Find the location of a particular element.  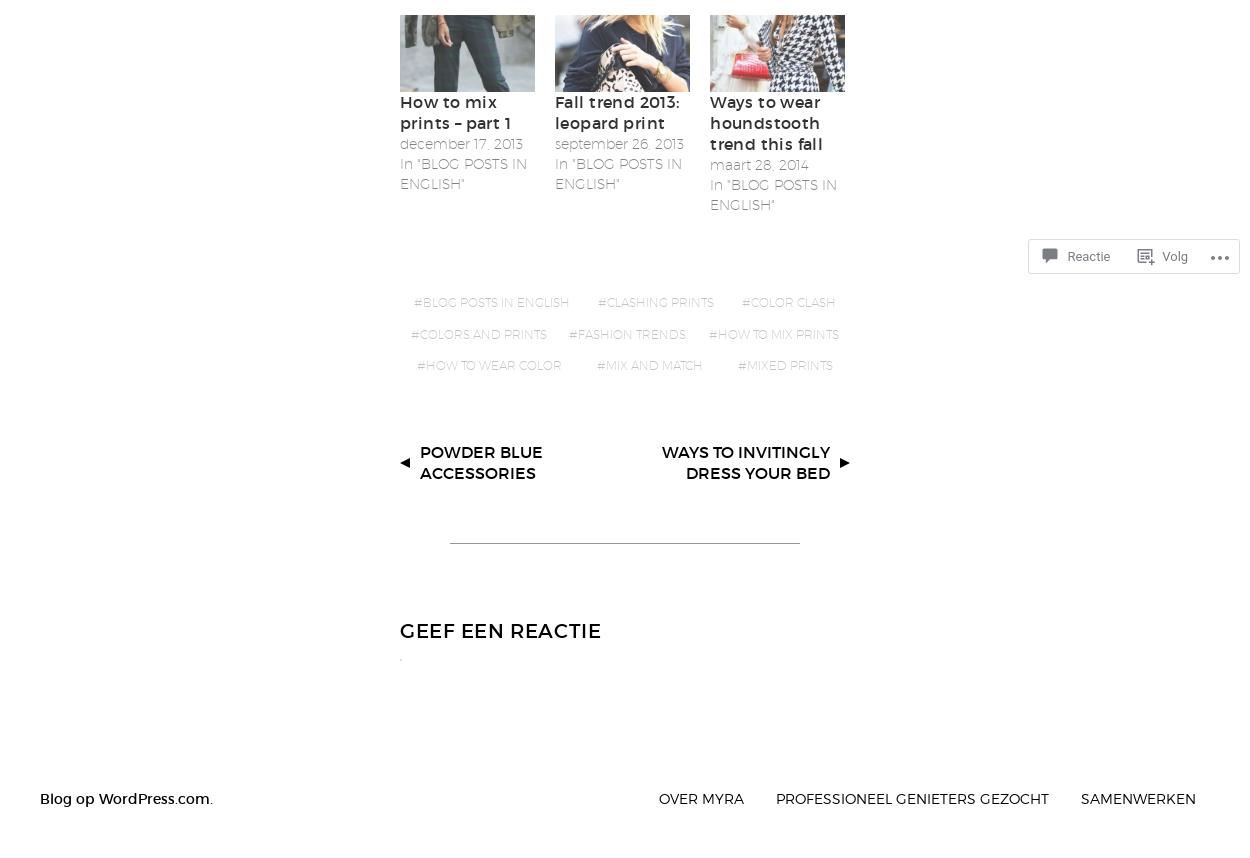

'Reactie' is located at coordinates (1087, 255).